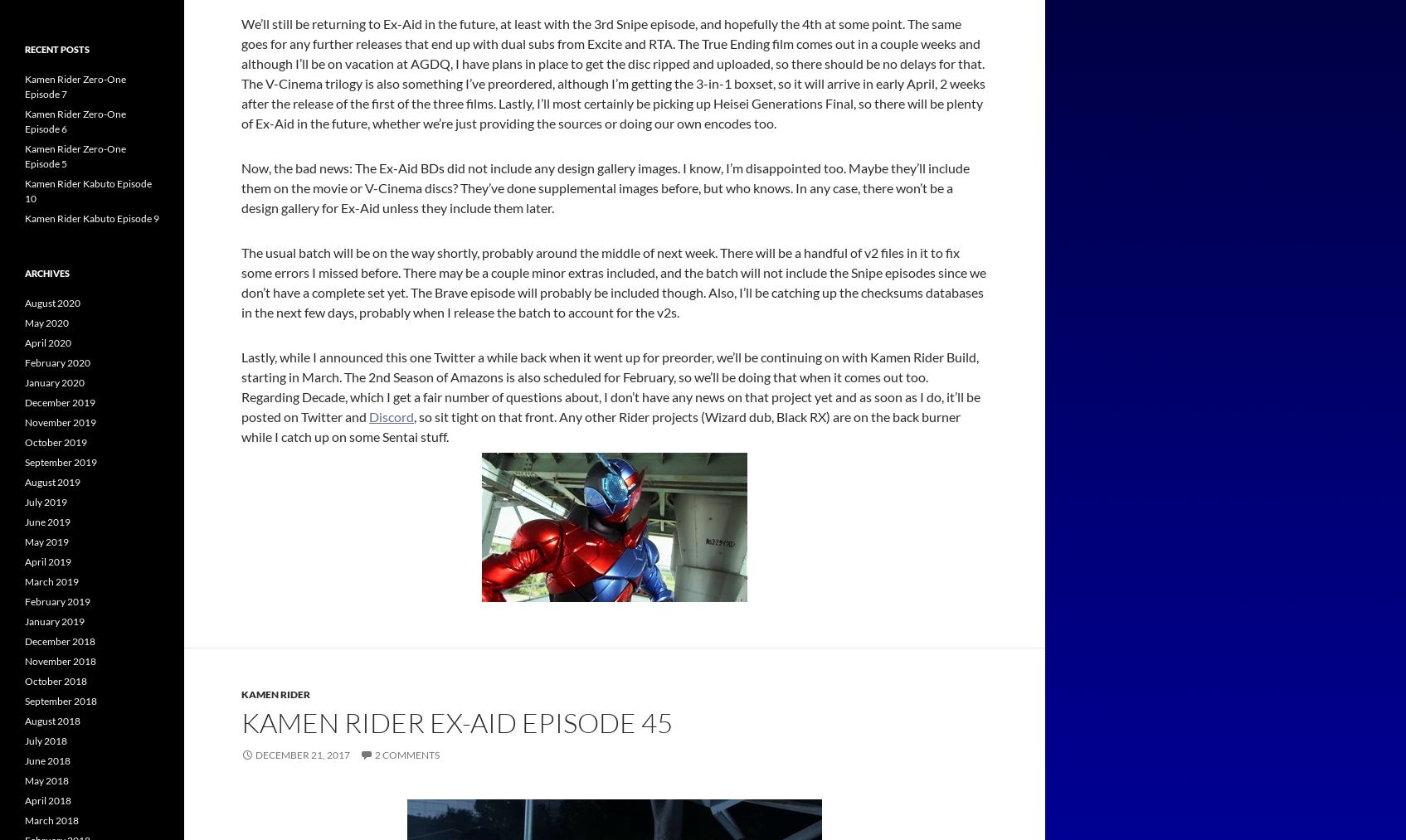 The height and width of the screenshot is (840, 1406). I want to click on 'January 2020', so click(54, 381).